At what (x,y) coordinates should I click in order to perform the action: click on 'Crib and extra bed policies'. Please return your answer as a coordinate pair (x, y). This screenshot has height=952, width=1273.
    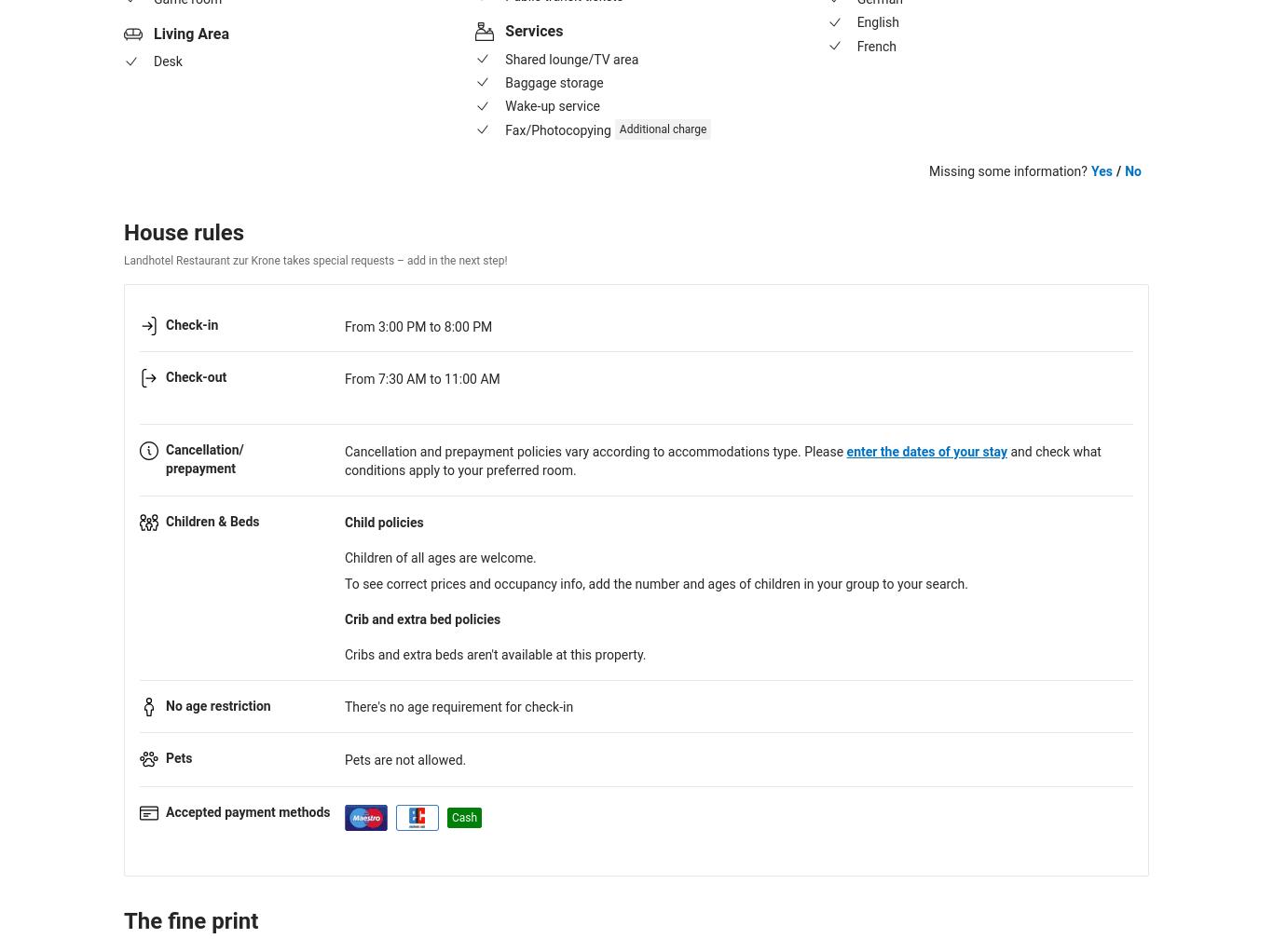
    Looking at the image, I should click on (421, 619).